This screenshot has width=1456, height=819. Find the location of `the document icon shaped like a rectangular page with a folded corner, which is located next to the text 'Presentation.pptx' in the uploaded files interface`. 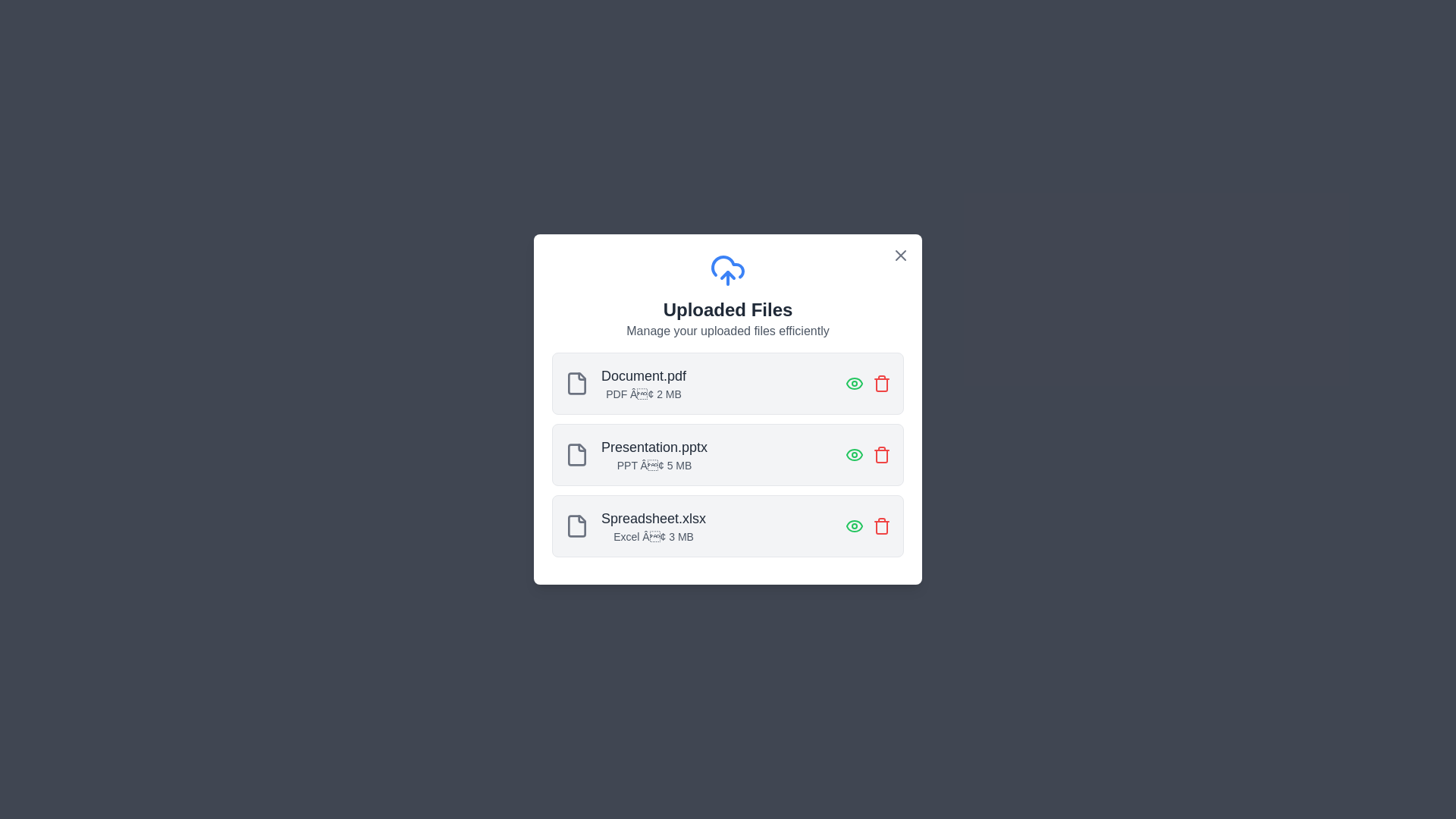

the document icon shaped like a rectangular page with a folded corner, which is located next to the text 'Presentation.pptx' in the uploaded files interface is located at coordinates (576, 454).